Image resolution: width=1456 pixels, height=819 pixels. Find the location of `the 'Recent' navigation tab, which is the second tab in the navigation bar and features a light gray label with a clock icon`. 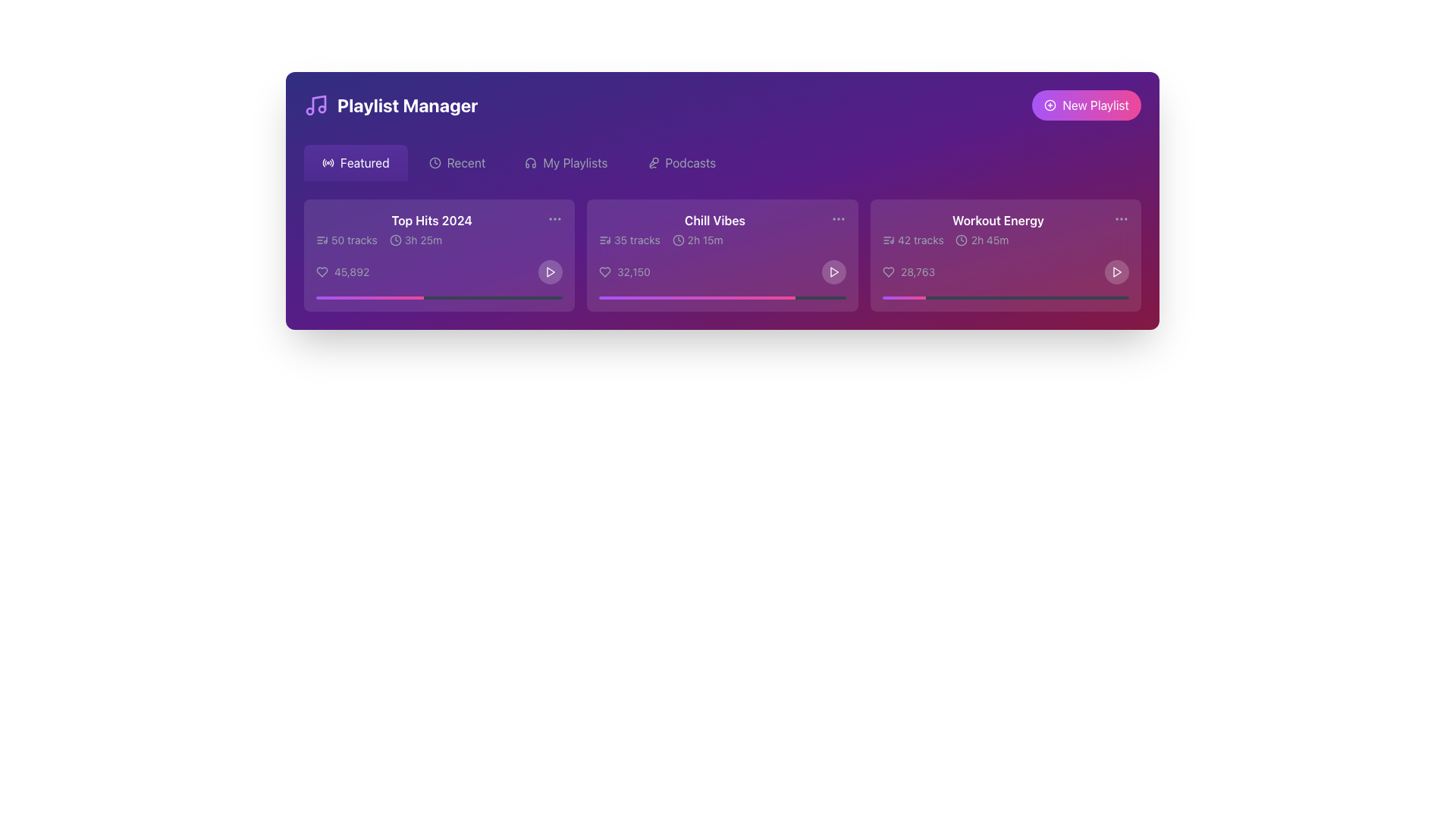

the 'Recent' navigation tab, which is the second tab in the navigation bar and features a light gray label with a clock icon is located at coordinates (457, 163).